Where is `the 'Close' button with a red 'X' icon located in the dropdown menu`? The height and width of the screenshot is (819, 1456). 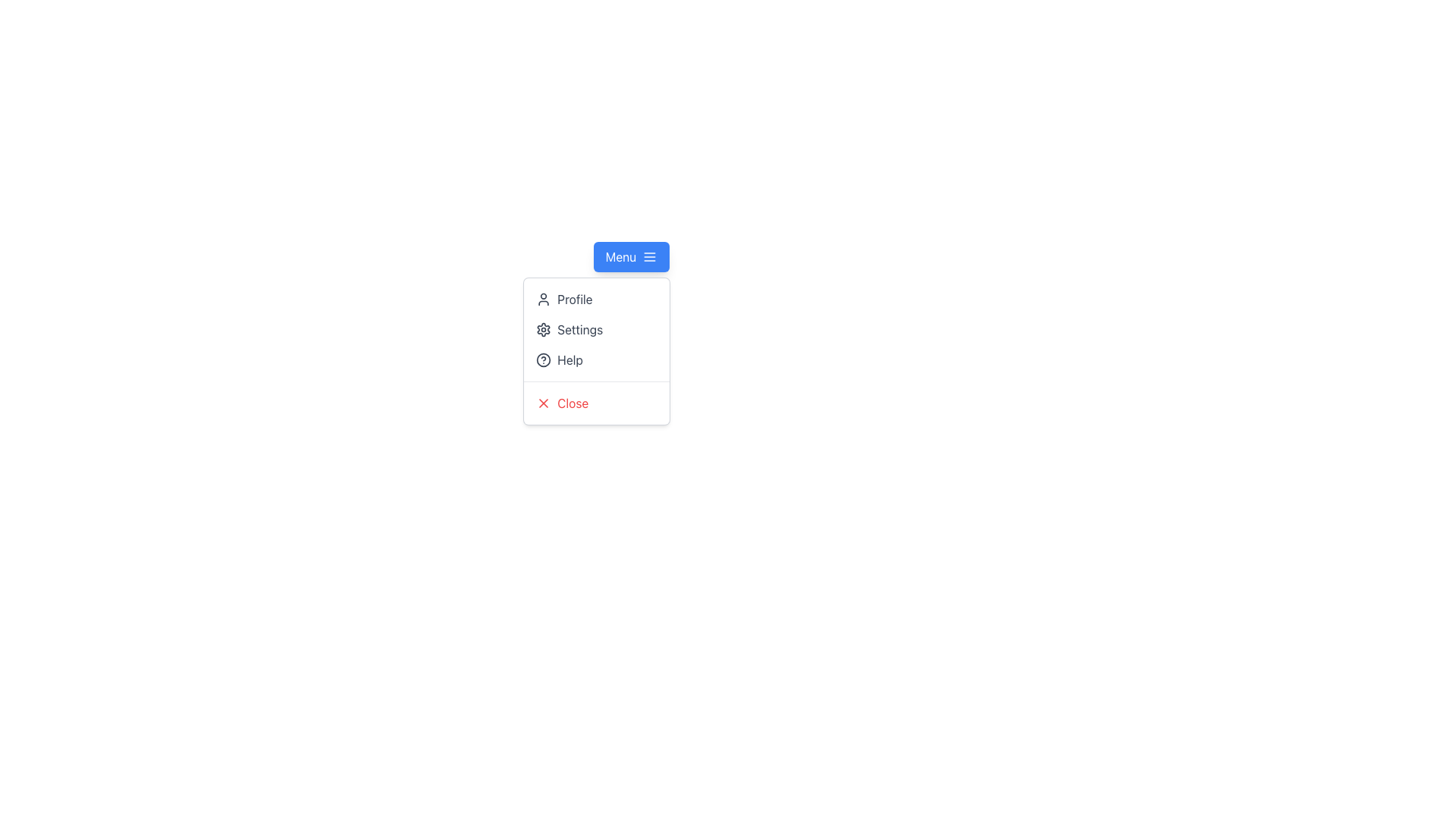 the 'Close' button with a red 'X' icon located in the dropdown menu is located at coordinates (596, 403).